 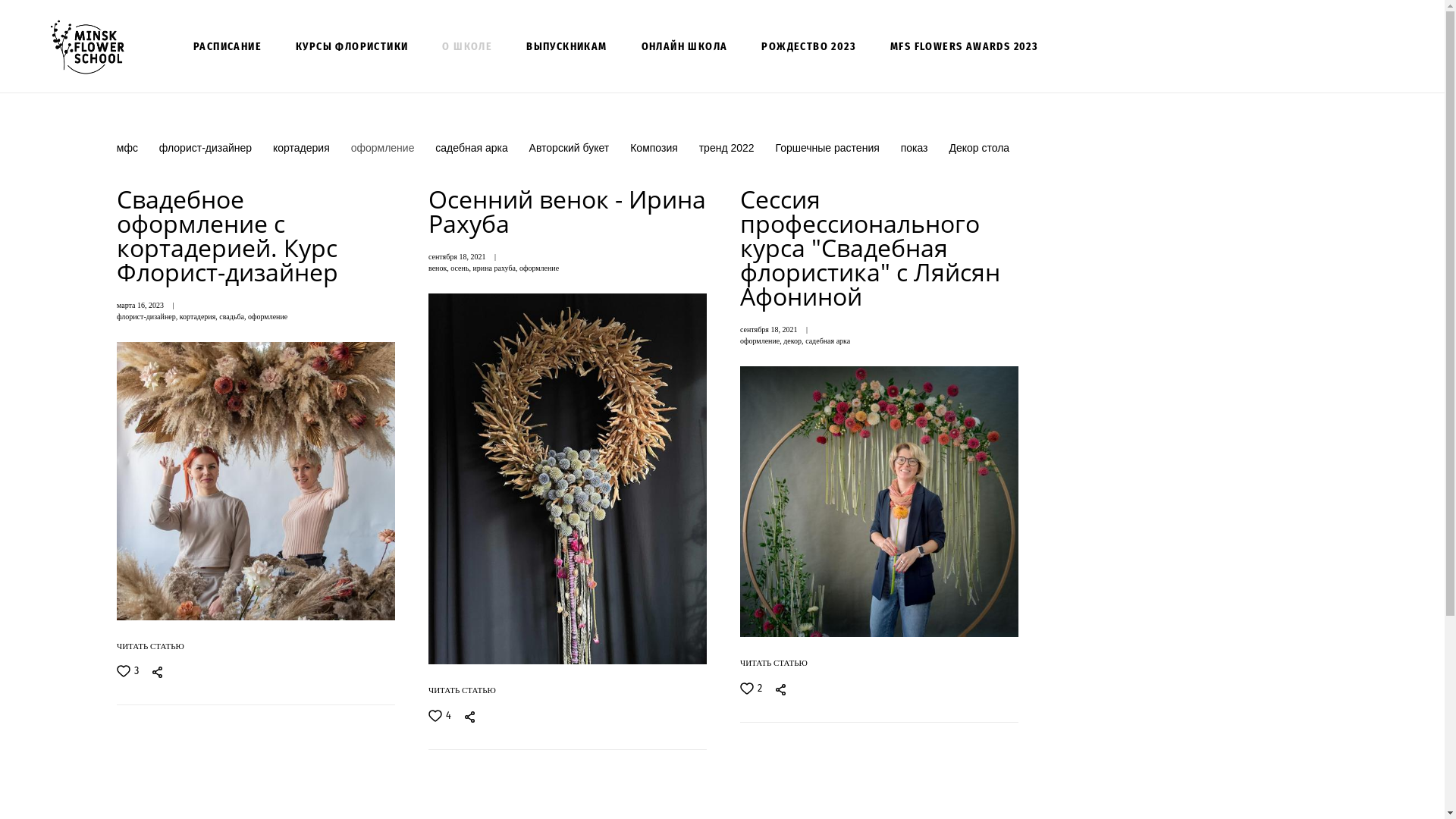 What do you see at coordinates (439, 716) in the screenshot?
I see `'4'` at bounding box center [439, 716].